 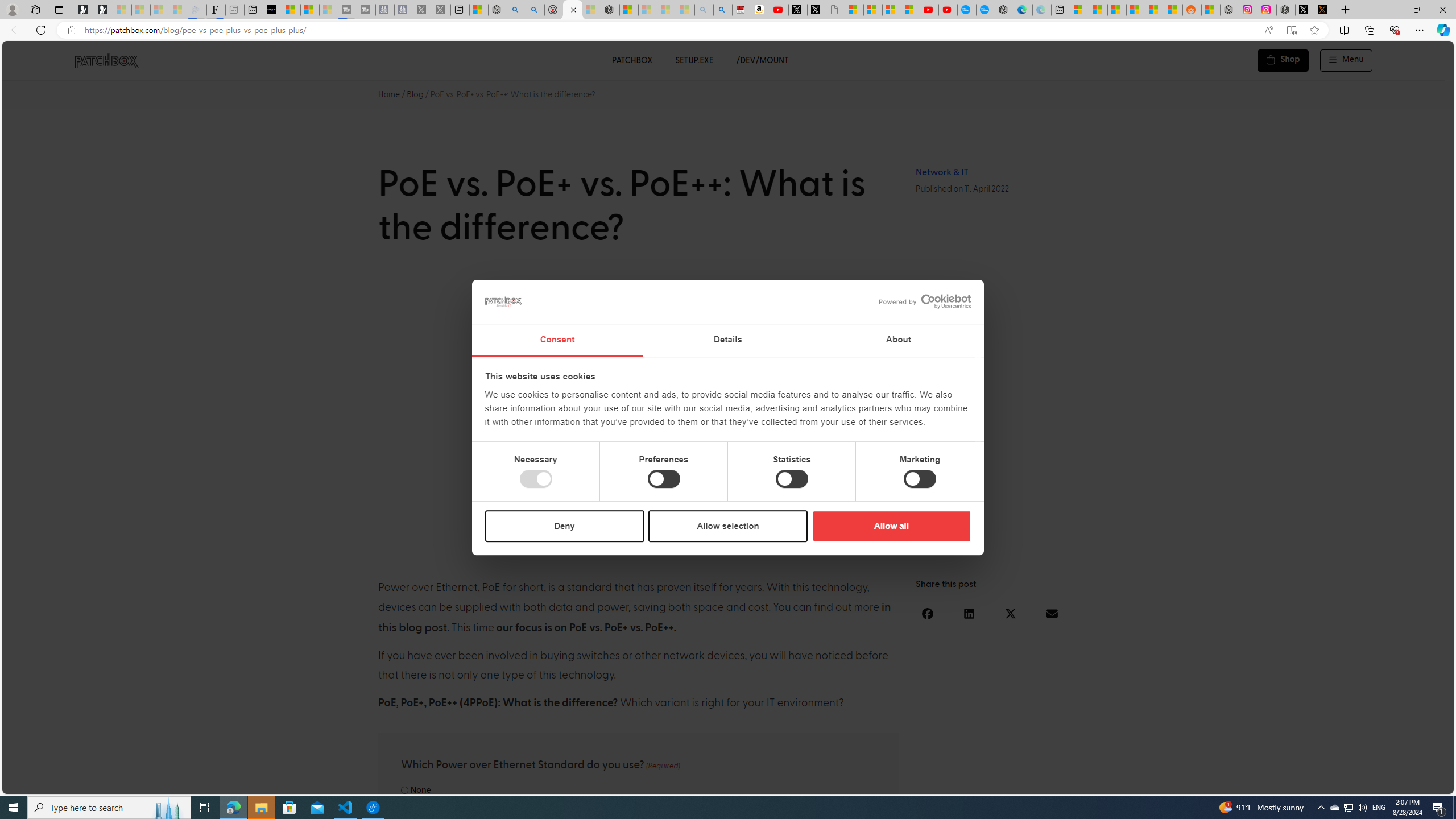 What do you see at coordinates (631, 60) in the screenshot?
I see `'PATCHBOX'` at bounding box center [631, 60].